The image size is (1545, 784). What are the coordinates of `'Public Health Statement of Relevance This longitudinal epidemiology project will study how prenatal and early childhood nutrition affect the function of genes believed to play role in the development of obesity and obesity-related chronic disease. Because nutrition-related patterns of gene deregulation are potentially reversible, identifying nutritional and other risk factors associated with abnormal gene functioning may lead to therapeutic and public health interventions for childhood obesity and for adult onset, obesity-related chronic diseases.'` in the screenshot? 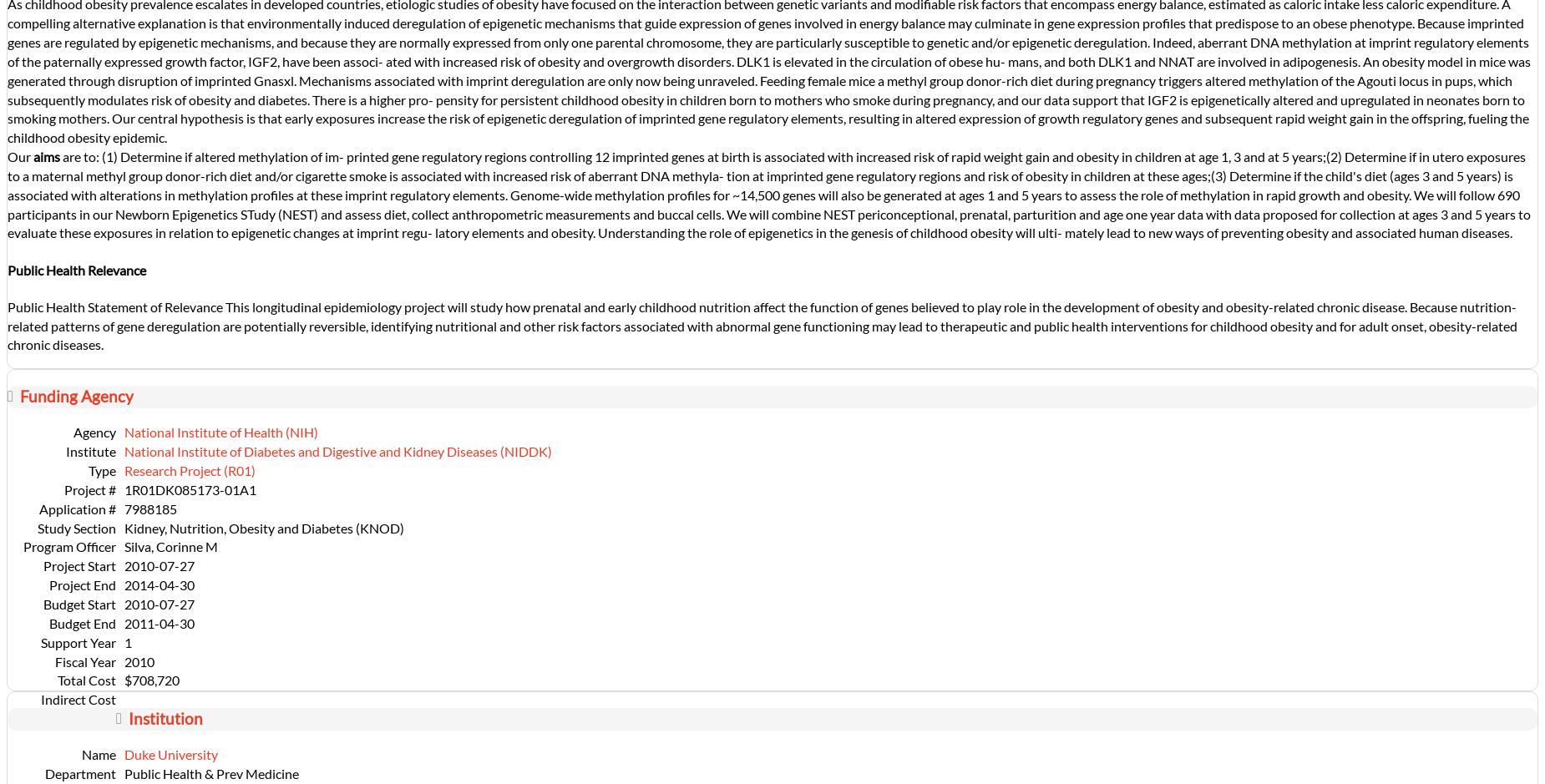 It's located at (7, 325).